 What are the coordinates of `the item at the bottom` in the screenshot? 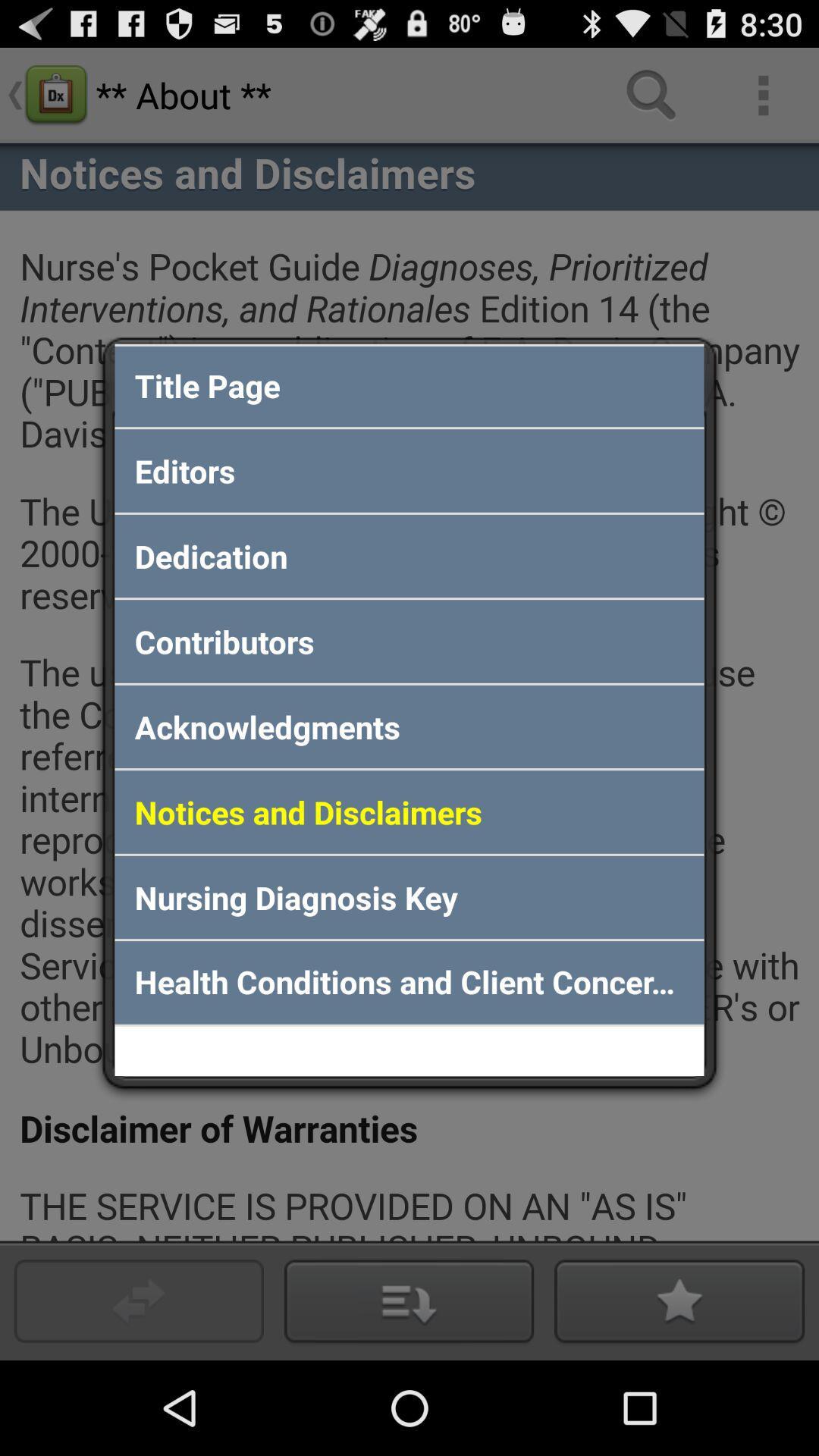 It's located at (409, 983).